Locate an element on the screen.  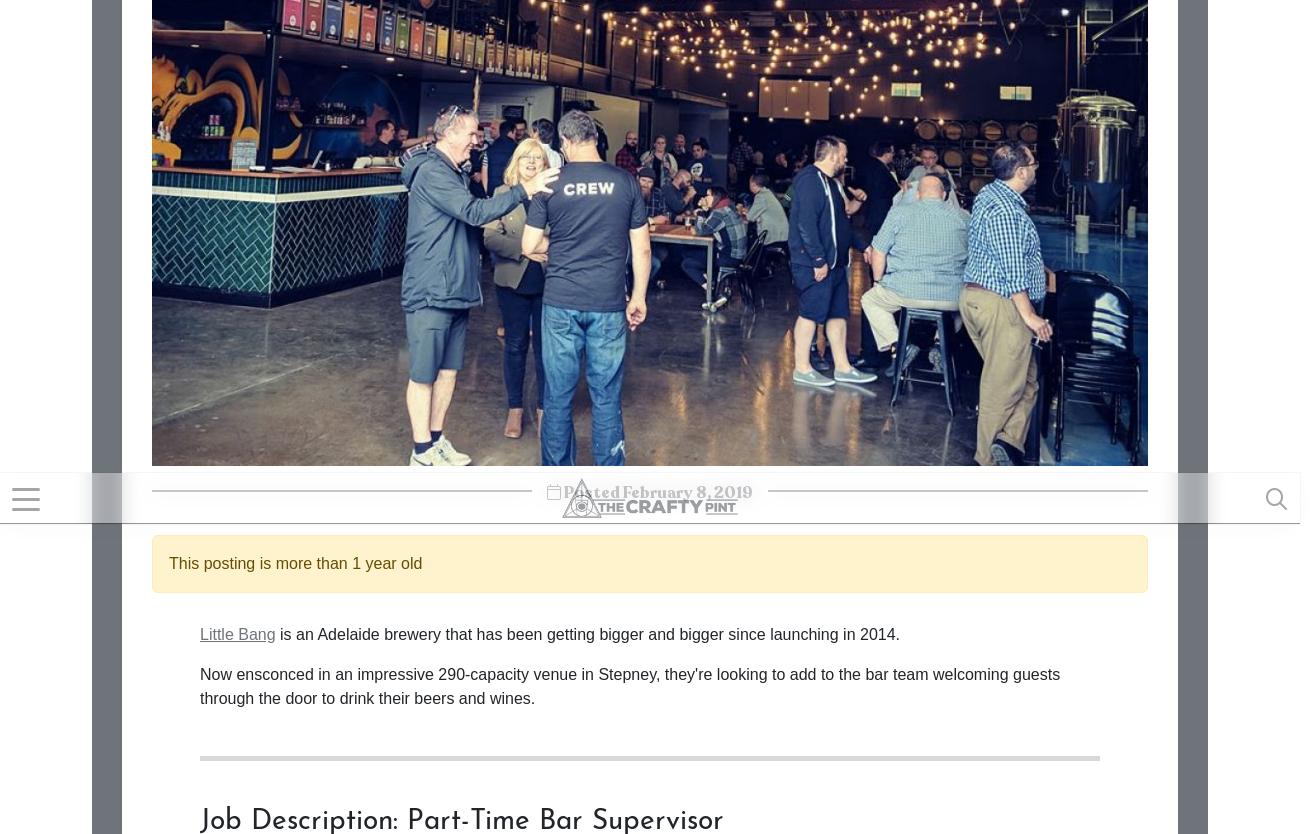
'Experience in function coordination' is located at coordinates (356, 63).